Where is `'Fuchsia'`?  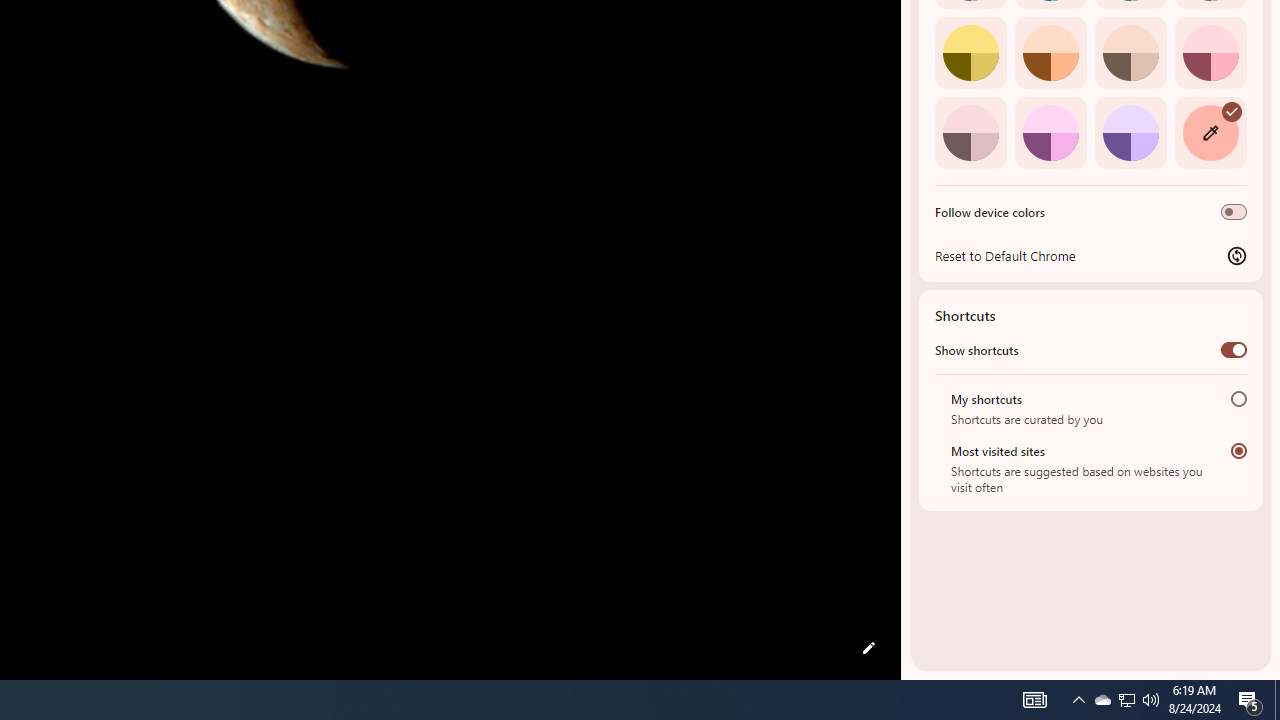
'Fuchsia' is located at coordinates (1049, 132).